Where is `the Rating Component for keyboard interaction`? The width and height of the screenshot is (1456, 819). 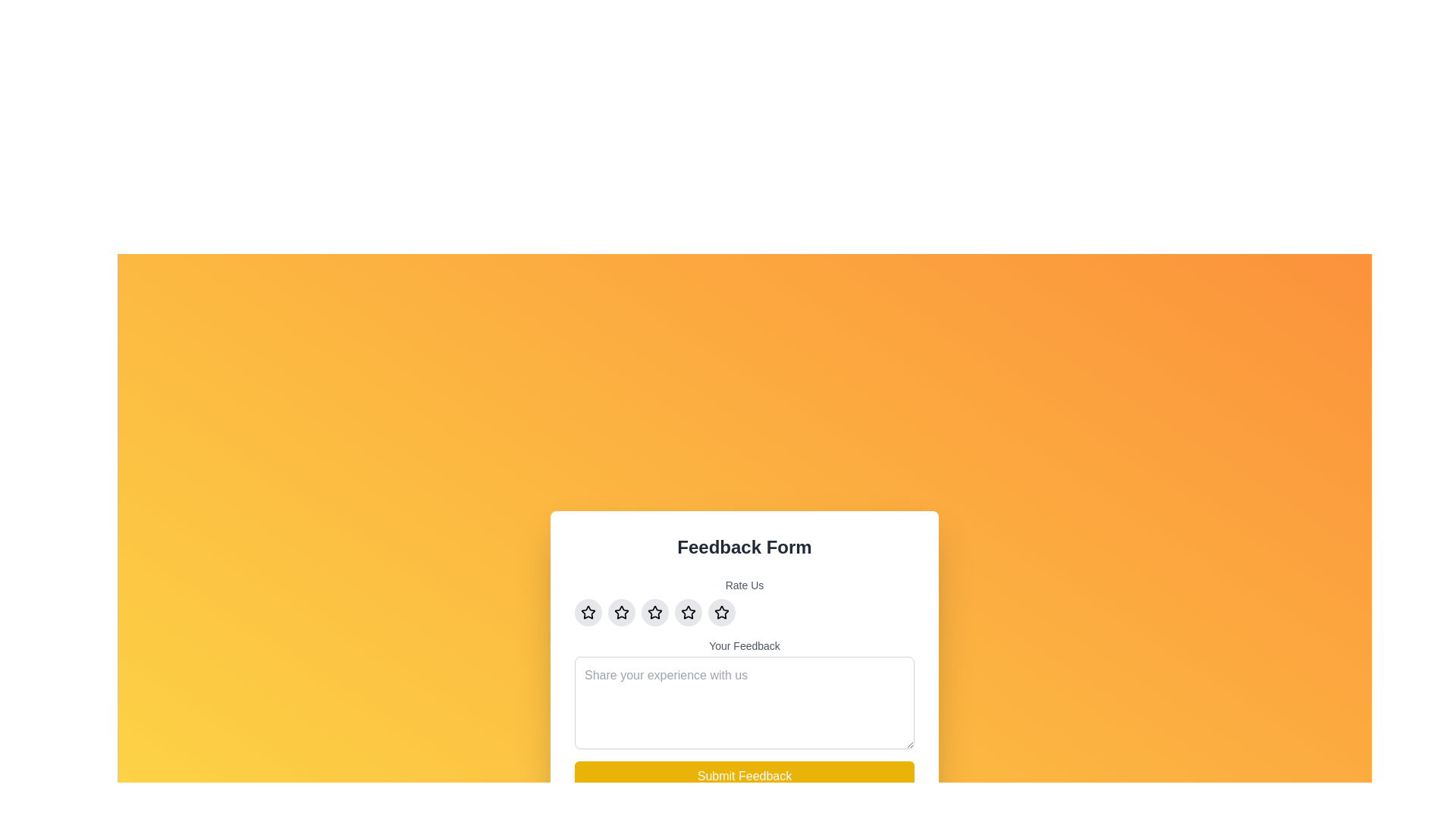
the Rating Component for keyboard interaction is located at coordinates (745, 611).